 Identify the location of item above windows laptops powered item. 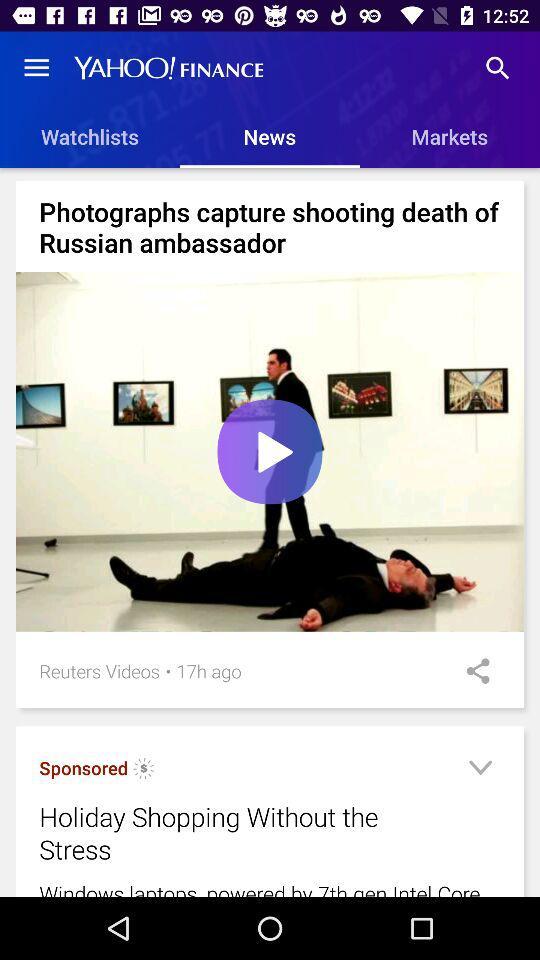
(479, 770).